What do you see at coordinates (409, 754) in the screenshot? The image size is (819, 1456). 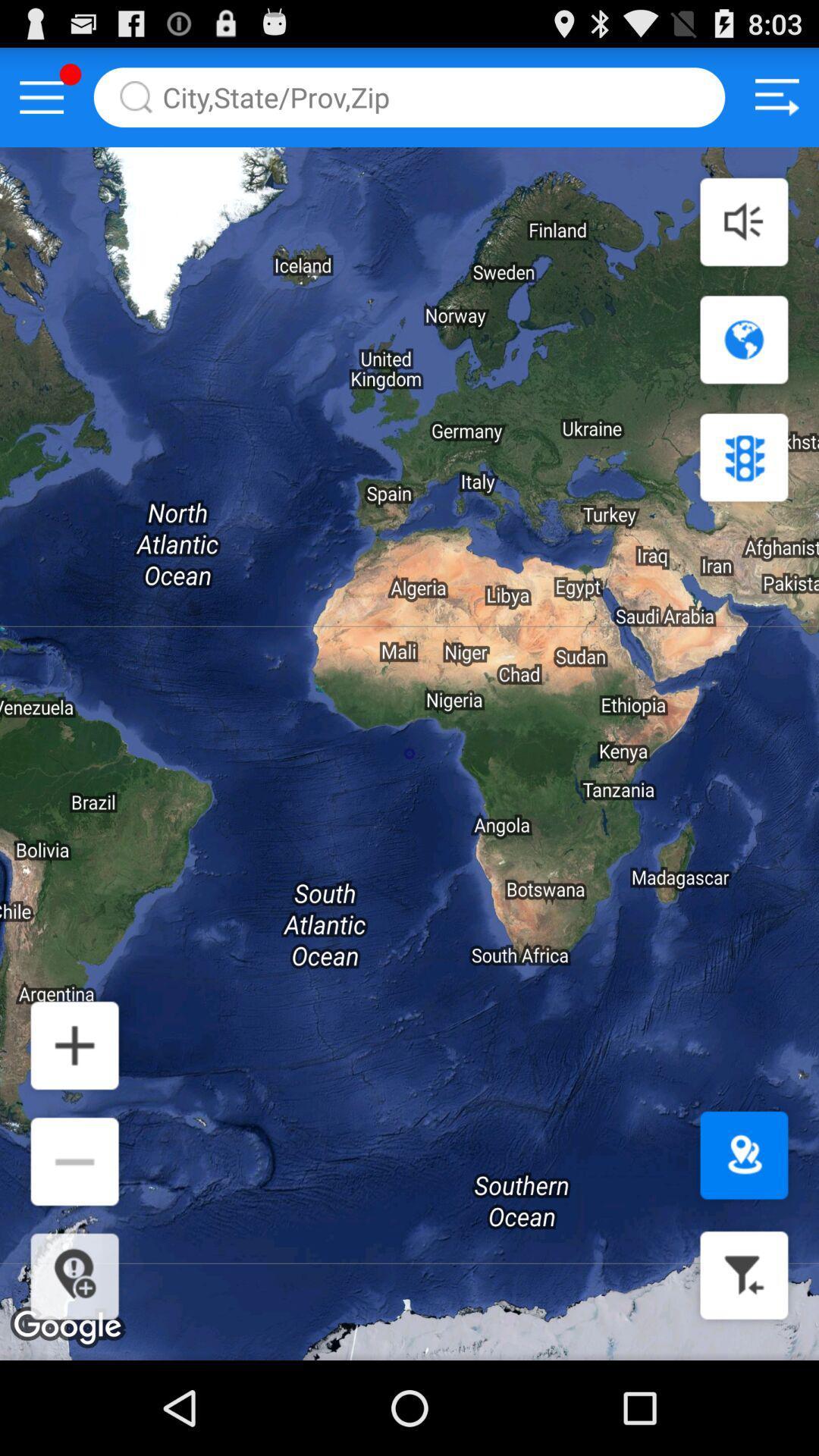 I see `the item at the center` at bounding box center [409, 754].